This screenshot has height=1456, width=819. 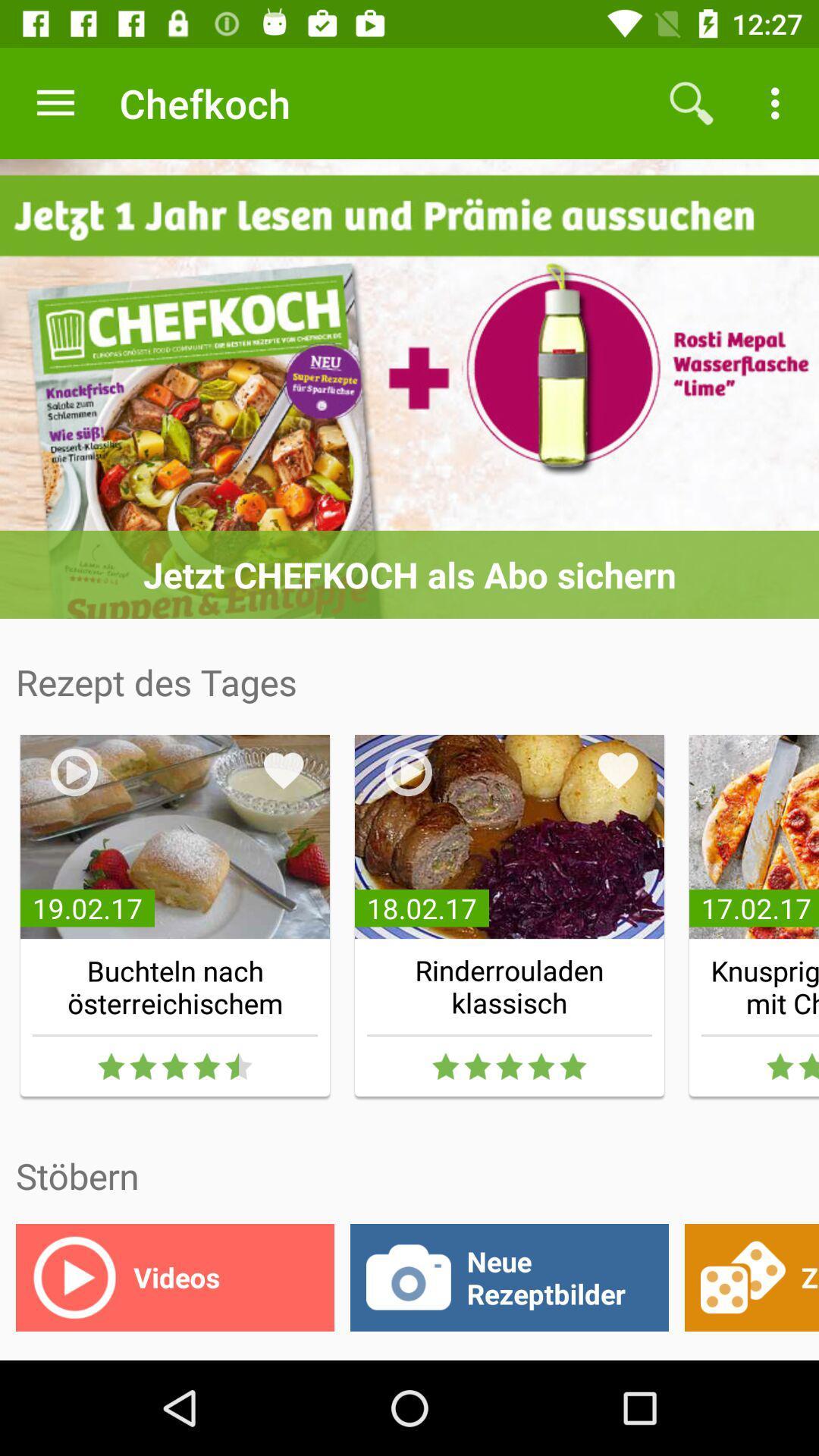 What do you see at coordinates (509, 836) in the screenshot?
I see `the second image under rezept des tages` at bounding box center [509, 836].